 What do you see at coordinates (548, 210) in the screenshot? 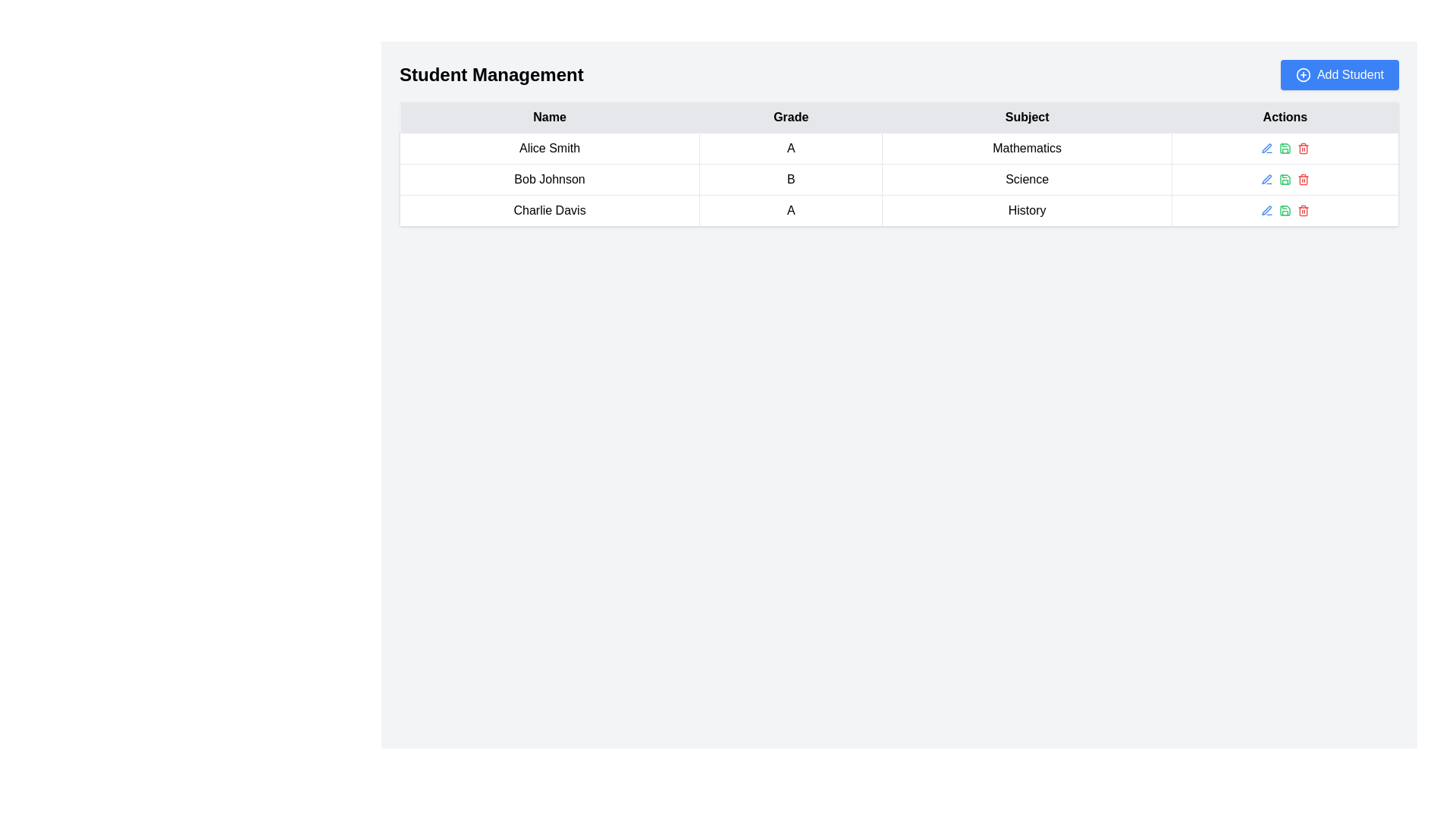
I see `text displayed in the table cell containing 'Charlie Davis', which is located in the third row and first column of the table, under 'Bob Johnson'` at bounding box center [548, 210].